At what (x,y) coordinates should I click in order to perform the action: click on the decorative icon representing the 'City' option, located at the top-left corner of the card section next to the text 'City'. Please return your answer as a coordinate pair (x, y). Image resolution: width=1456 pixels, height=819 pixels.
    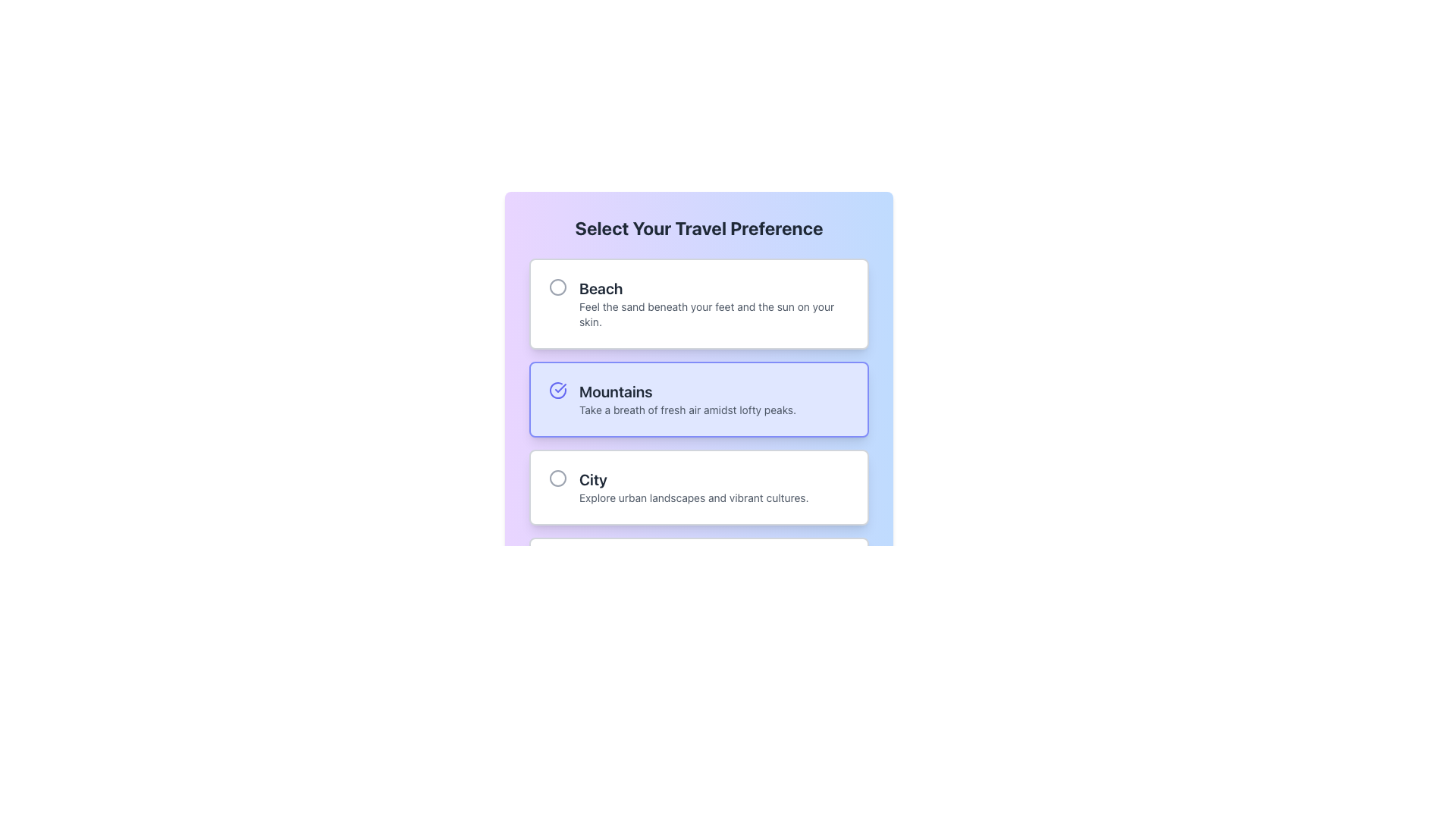
    Looking at the image, I should click on (557, 479).